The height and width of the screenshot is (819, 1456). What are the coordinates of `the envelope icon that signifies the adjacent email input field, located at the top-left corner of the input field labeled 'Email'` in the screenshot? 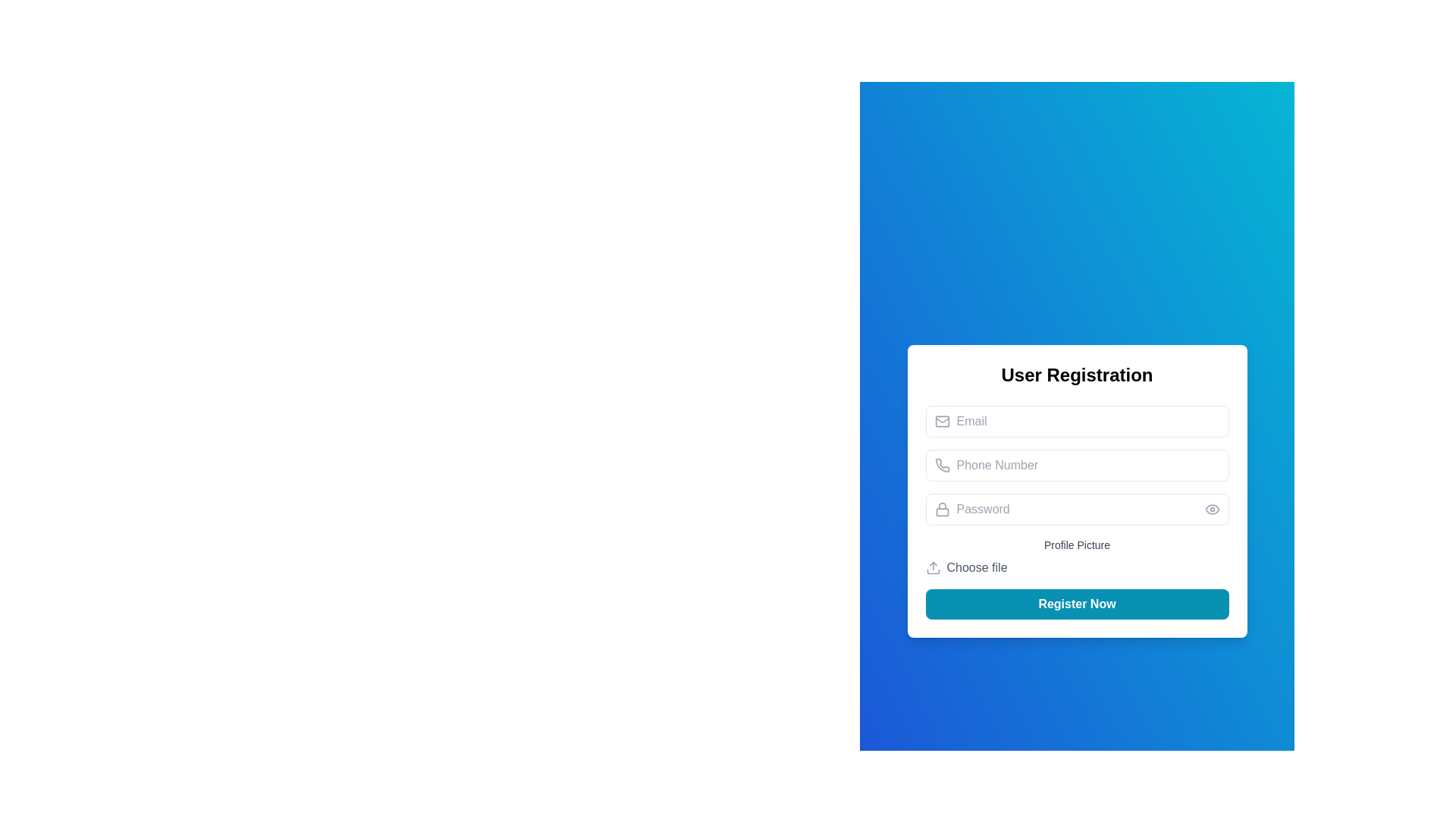 It's located at (941, 421).